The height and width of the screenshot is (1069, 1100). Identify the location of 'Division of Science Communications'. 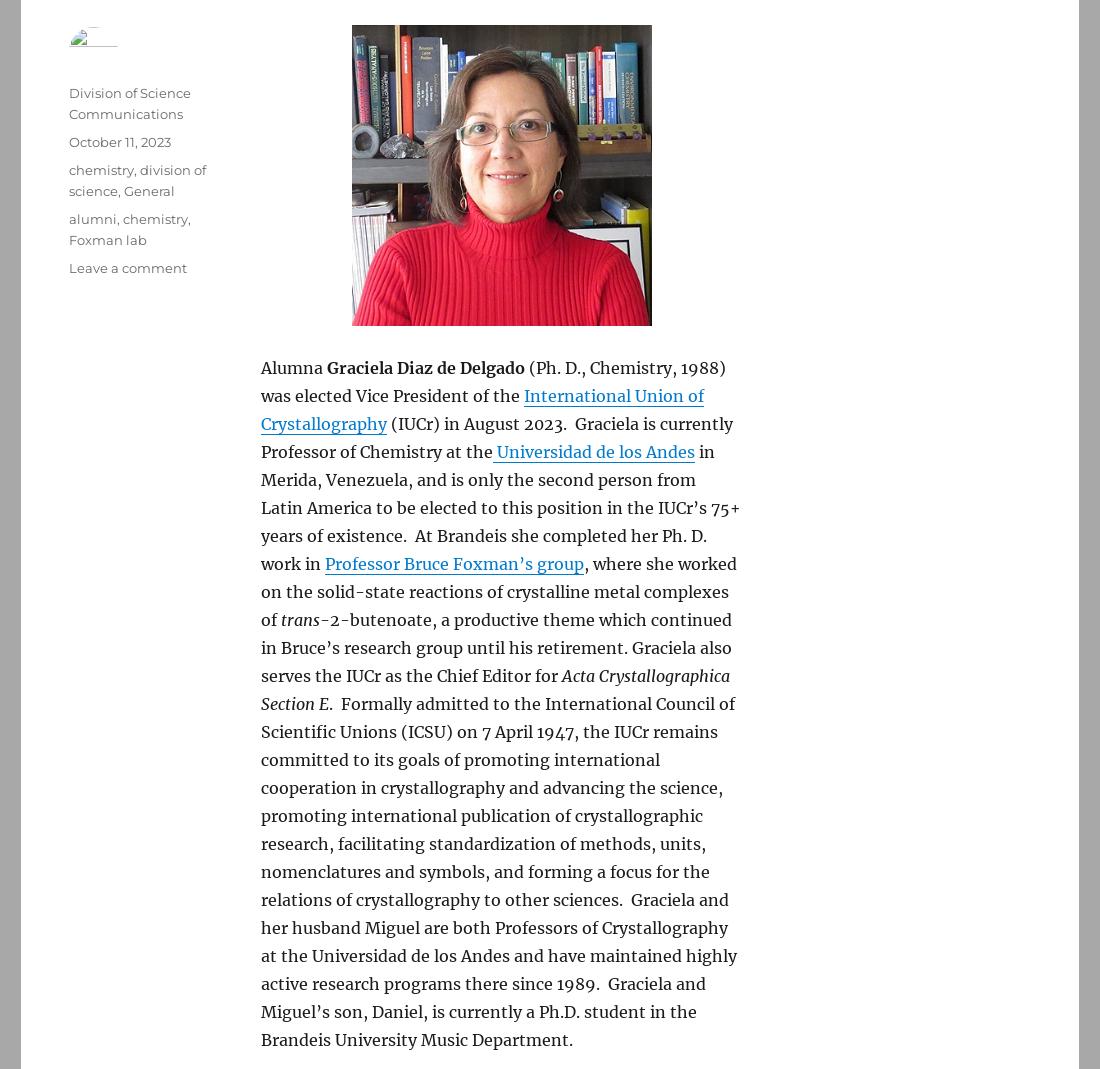
(67, 102).